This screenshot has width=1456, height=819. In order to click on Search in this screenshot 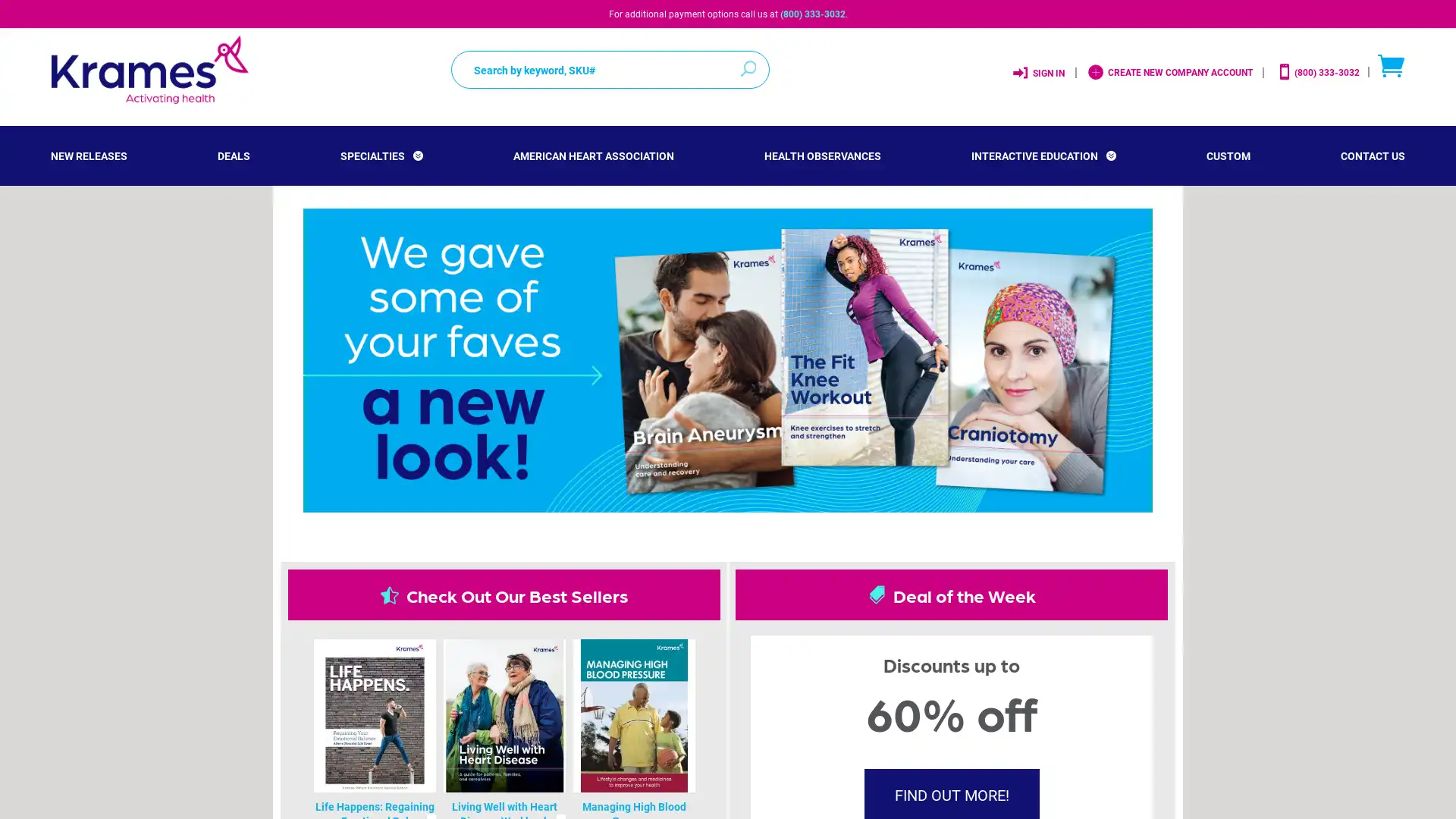, I will do `click(753, 62)`.